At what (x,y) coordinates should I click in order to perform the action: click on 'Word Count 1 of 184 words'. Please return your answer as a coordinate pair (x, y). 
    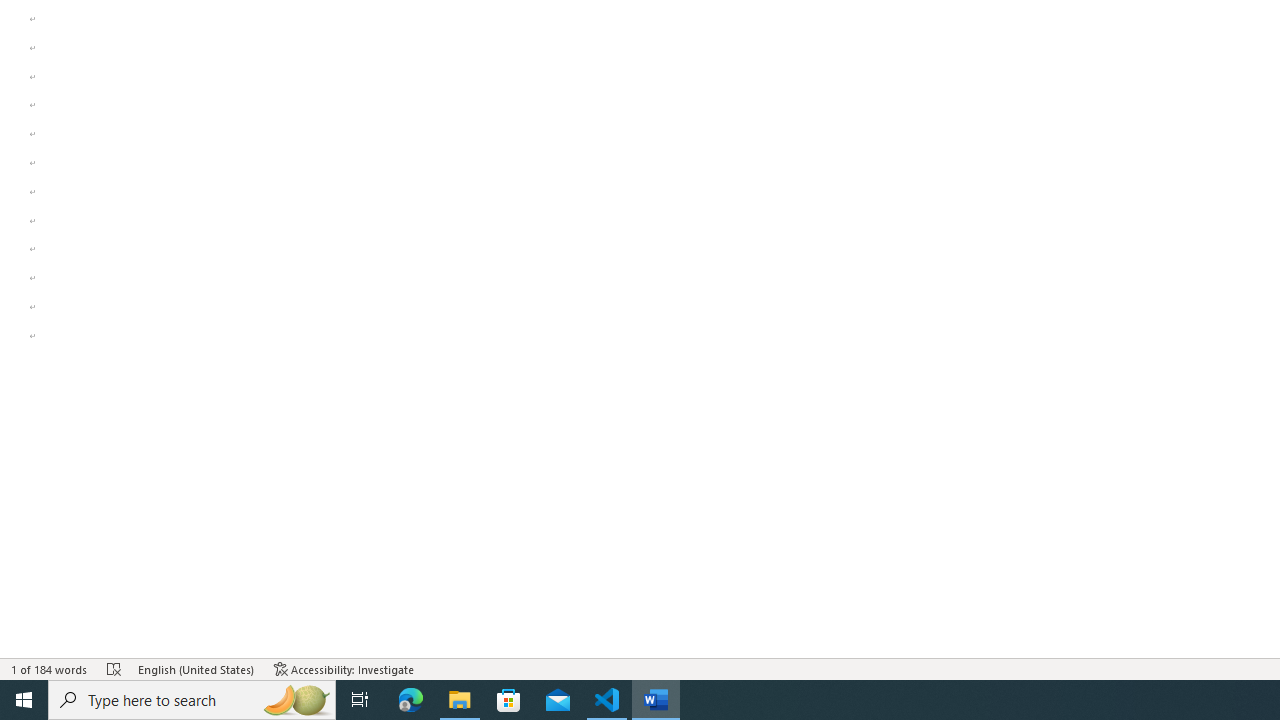
    Looking at the image, I should click on (49, 669).